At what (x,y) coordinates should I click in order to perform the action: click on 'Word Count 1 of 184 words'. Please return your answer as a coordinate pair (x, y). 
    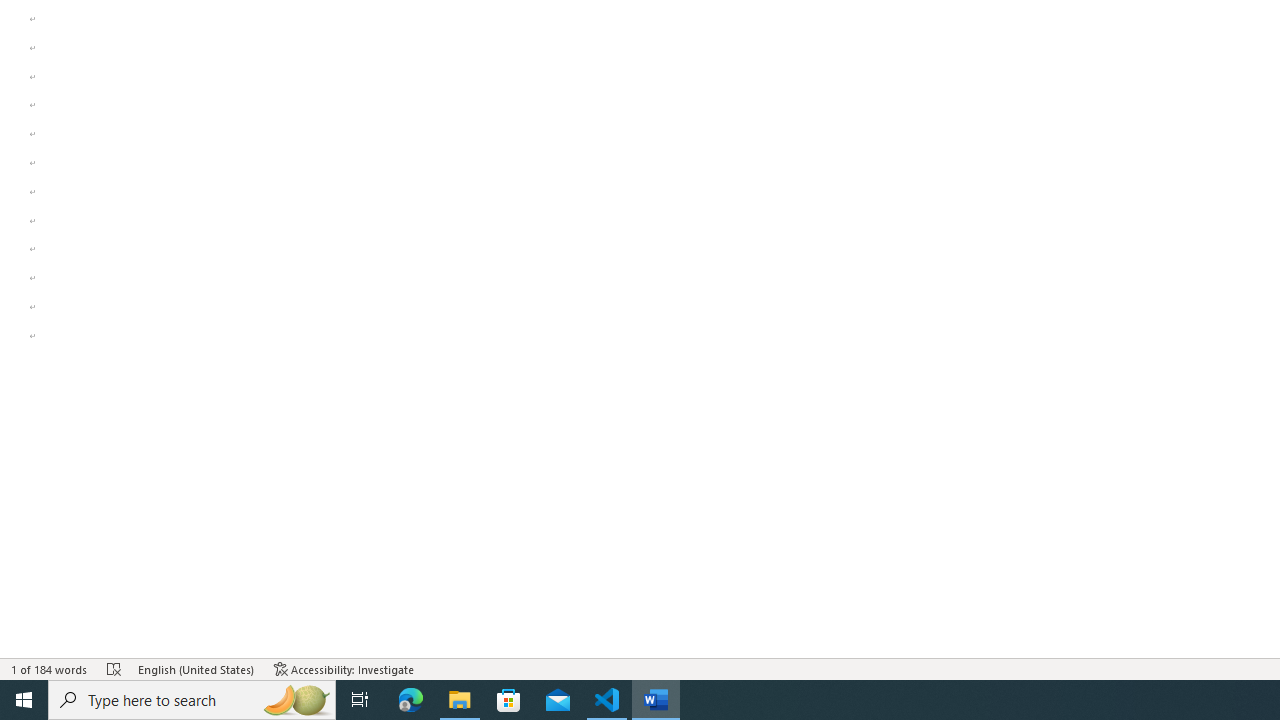
    Looking at the image, I should click on (49, 669).